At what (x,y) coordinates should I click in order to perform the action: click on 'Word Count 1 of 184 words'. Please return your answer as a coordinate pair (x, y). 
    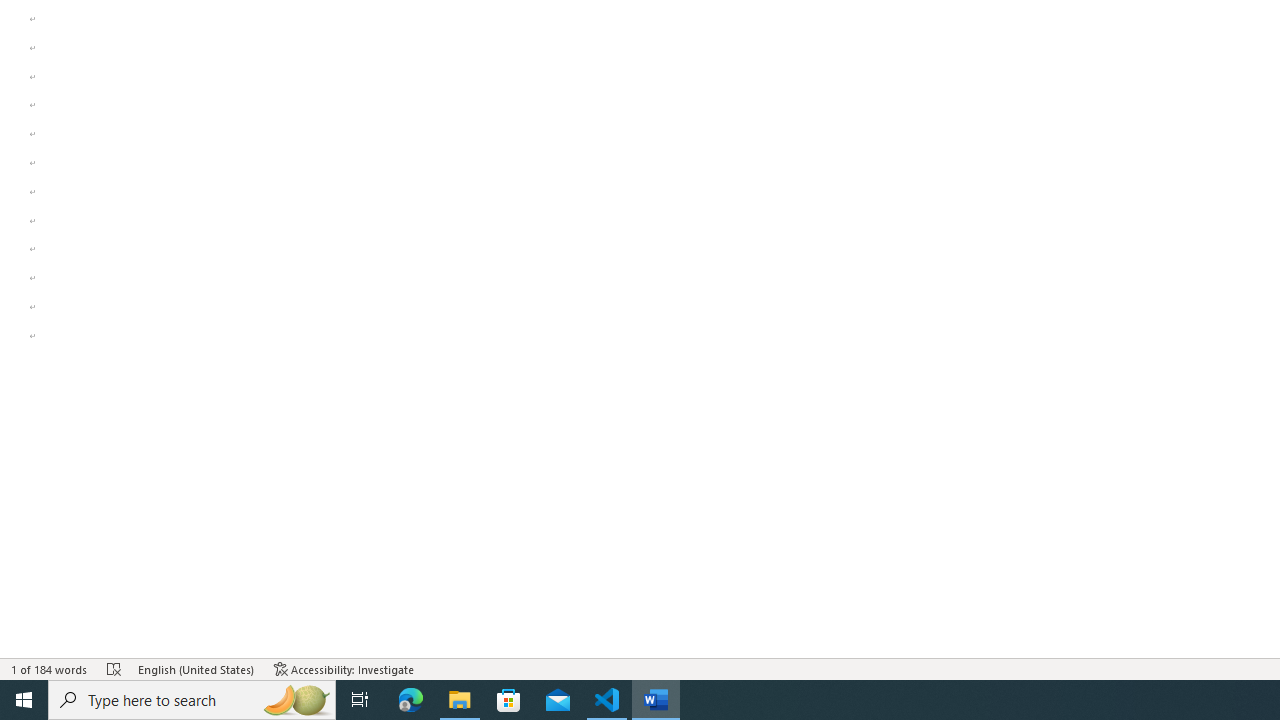
    Looking at the image, I should click on (49, 669).